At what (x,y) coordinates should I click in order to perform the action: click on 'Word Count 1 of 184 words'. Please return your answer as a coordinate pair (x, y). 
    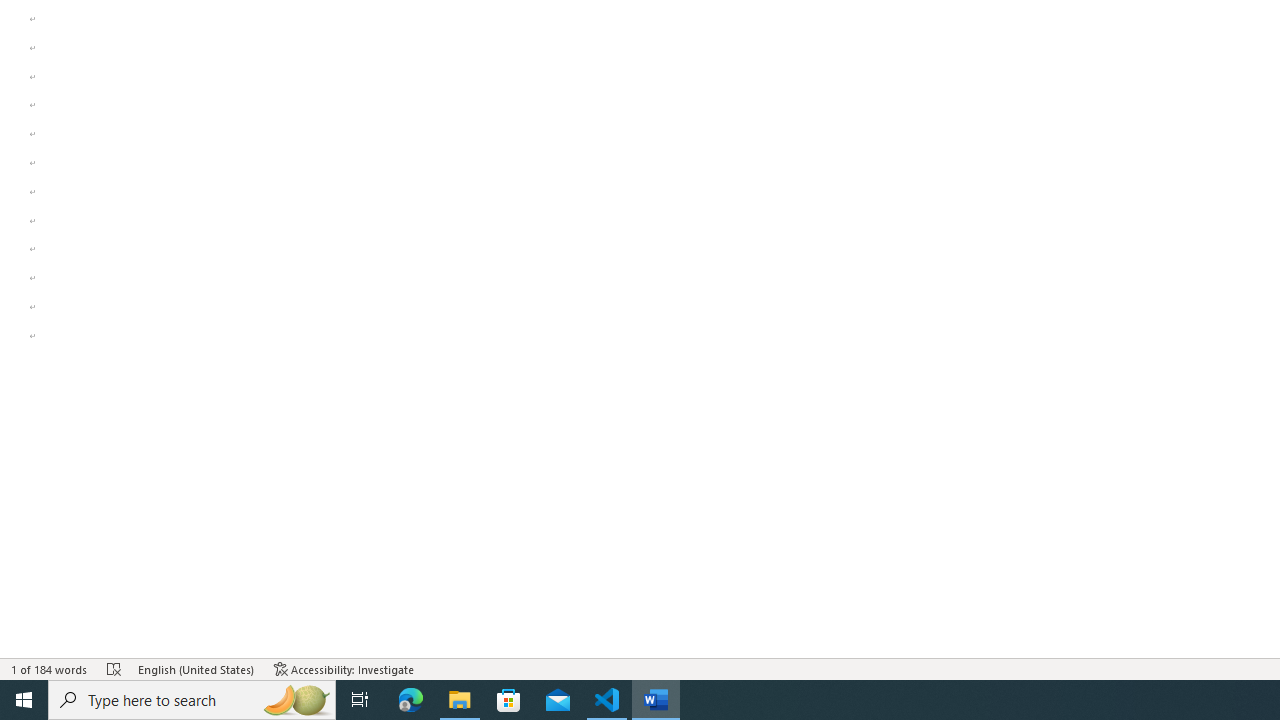
    Looking at the image, I should click on (49, 669).